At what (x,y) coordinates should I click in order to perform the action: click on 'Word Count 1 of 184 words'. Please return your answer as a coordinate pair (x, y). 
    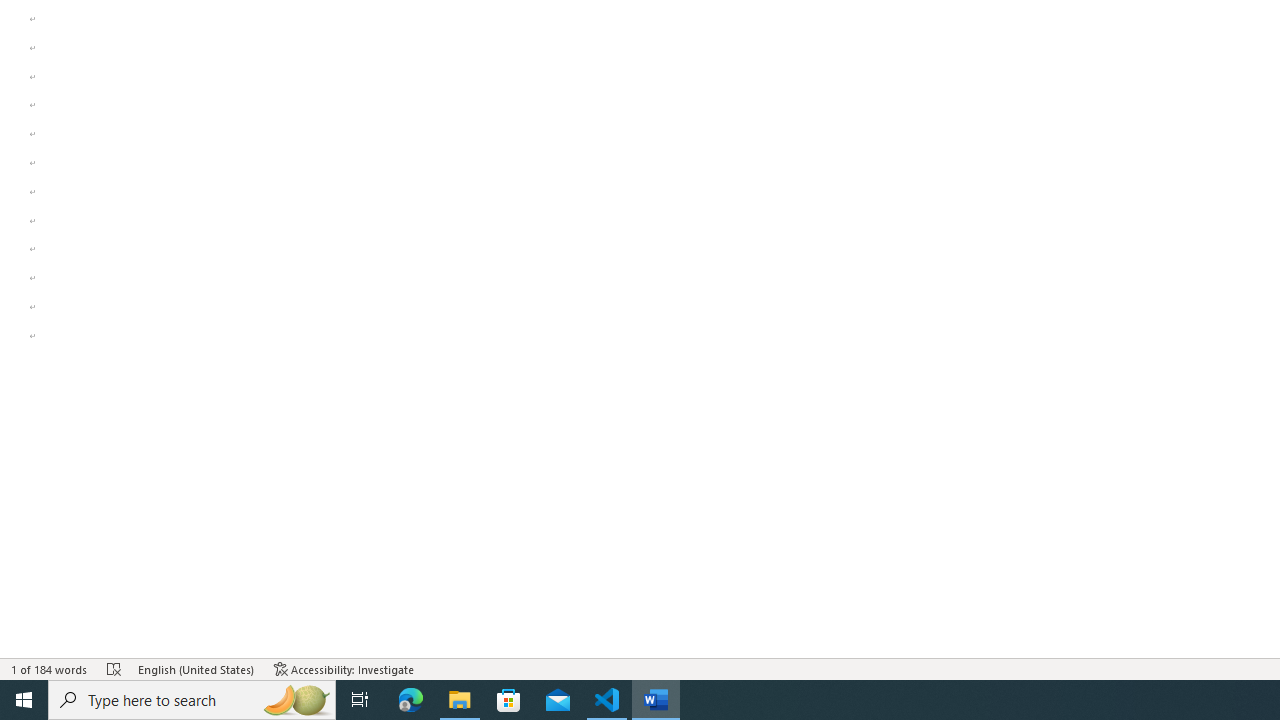
    Looking at the image, I should click on (49, 669).